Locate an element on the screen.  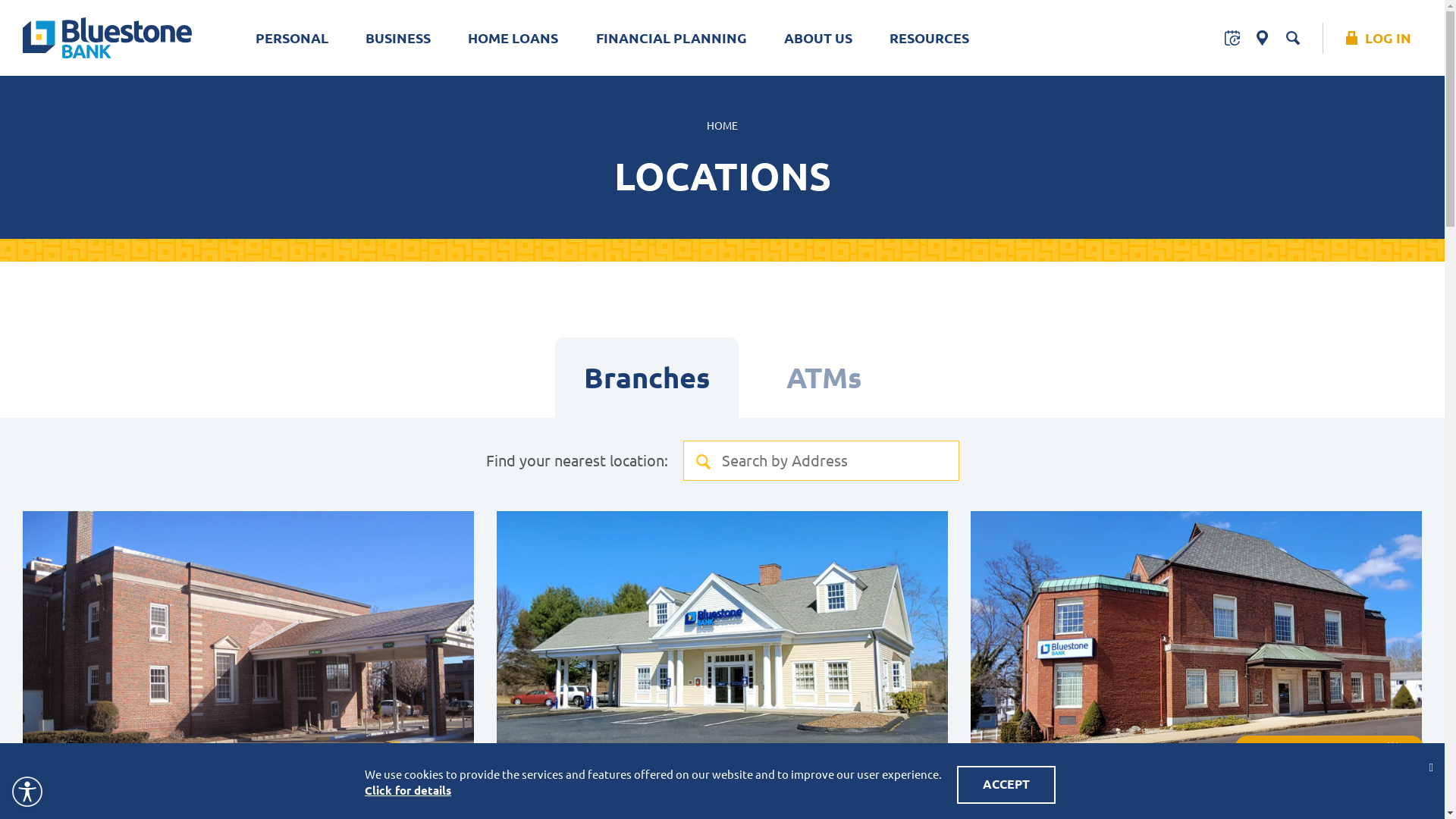
'Branches' is located at coordinates (647, 376).